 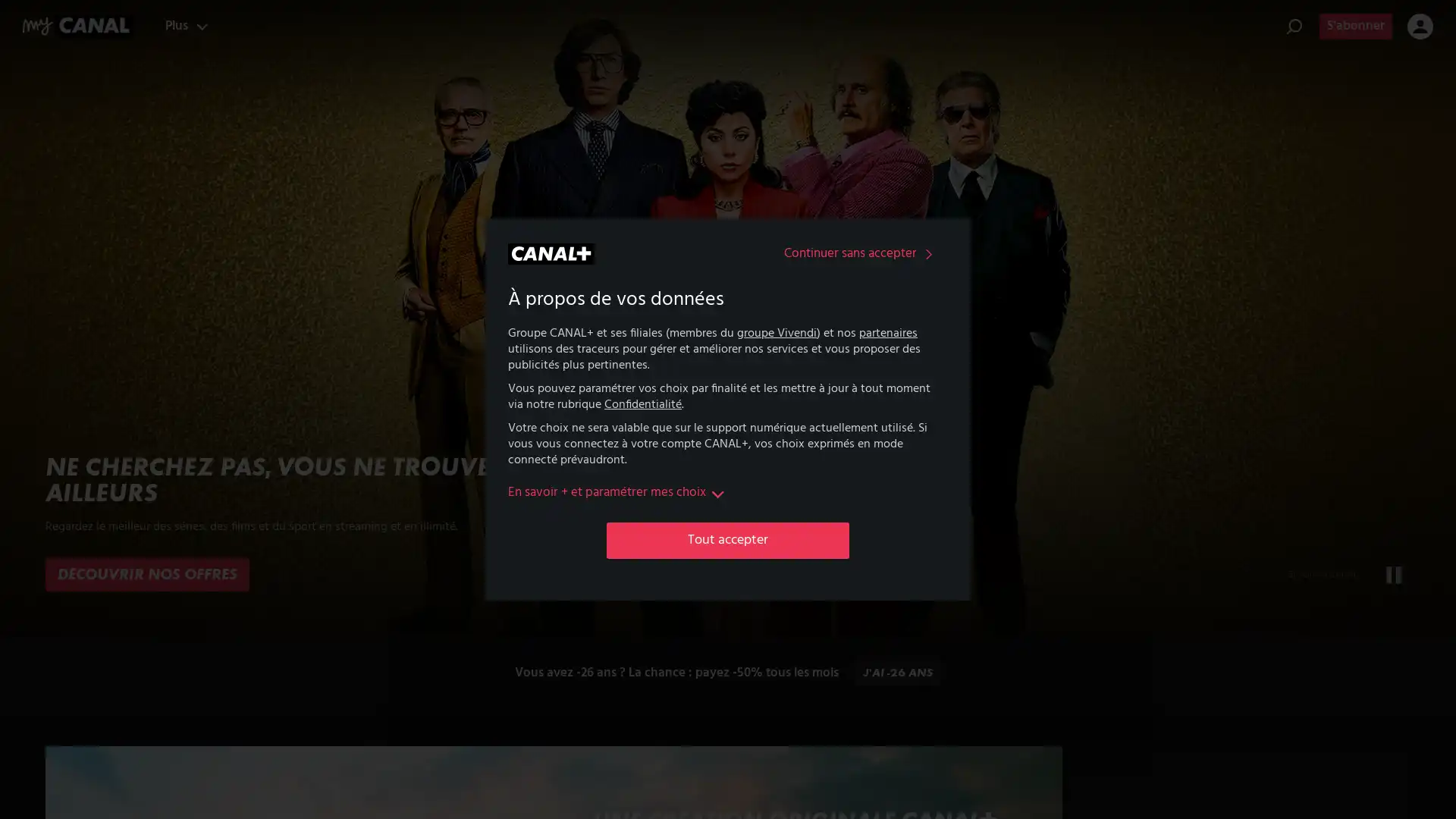 I want to click on Rechercher, so click(x=1294, y=26).